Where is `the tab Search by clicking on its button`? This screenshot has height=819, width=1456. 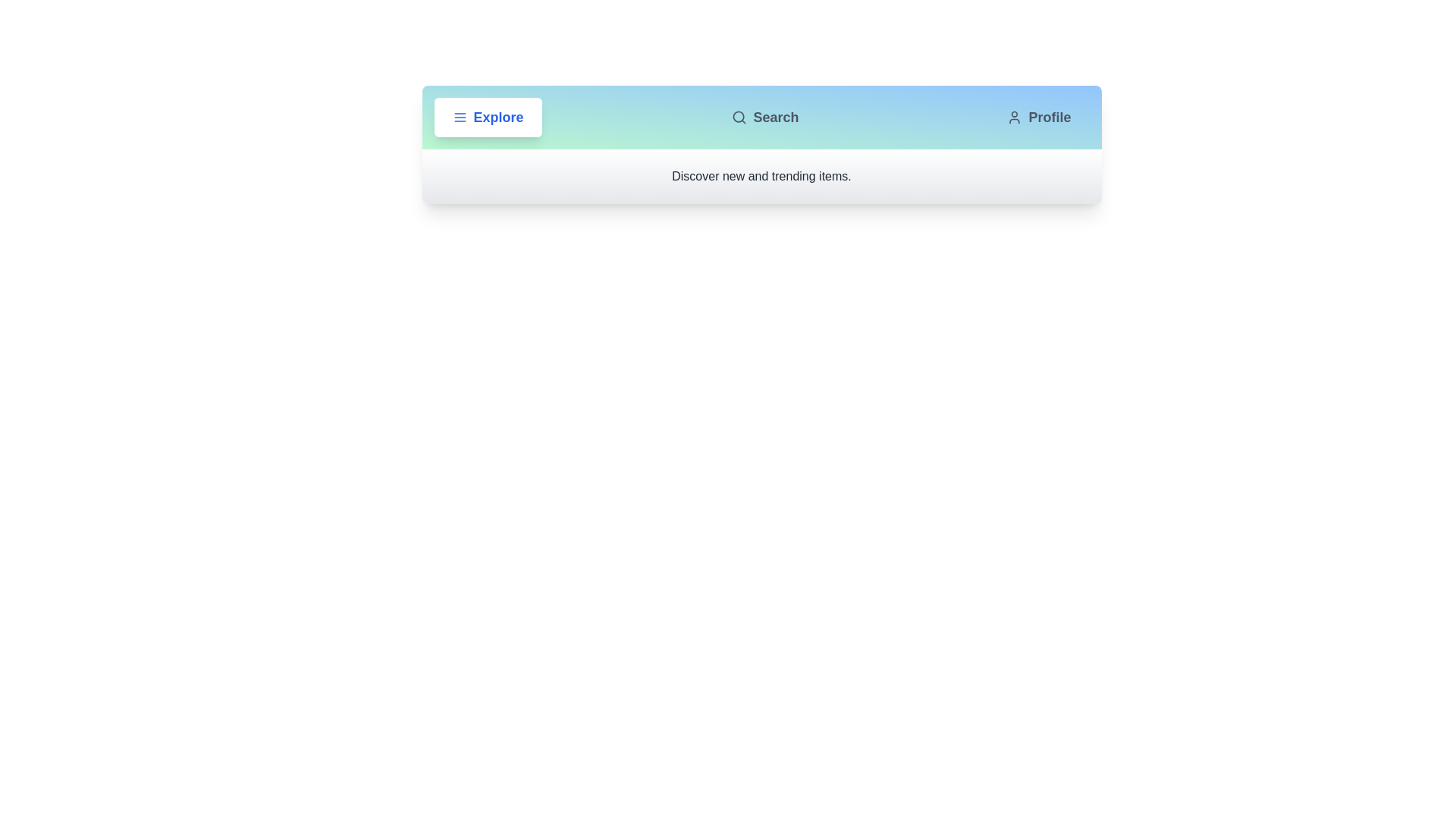
the tab Search by clicking on its button is located at coordinates (765, 116).